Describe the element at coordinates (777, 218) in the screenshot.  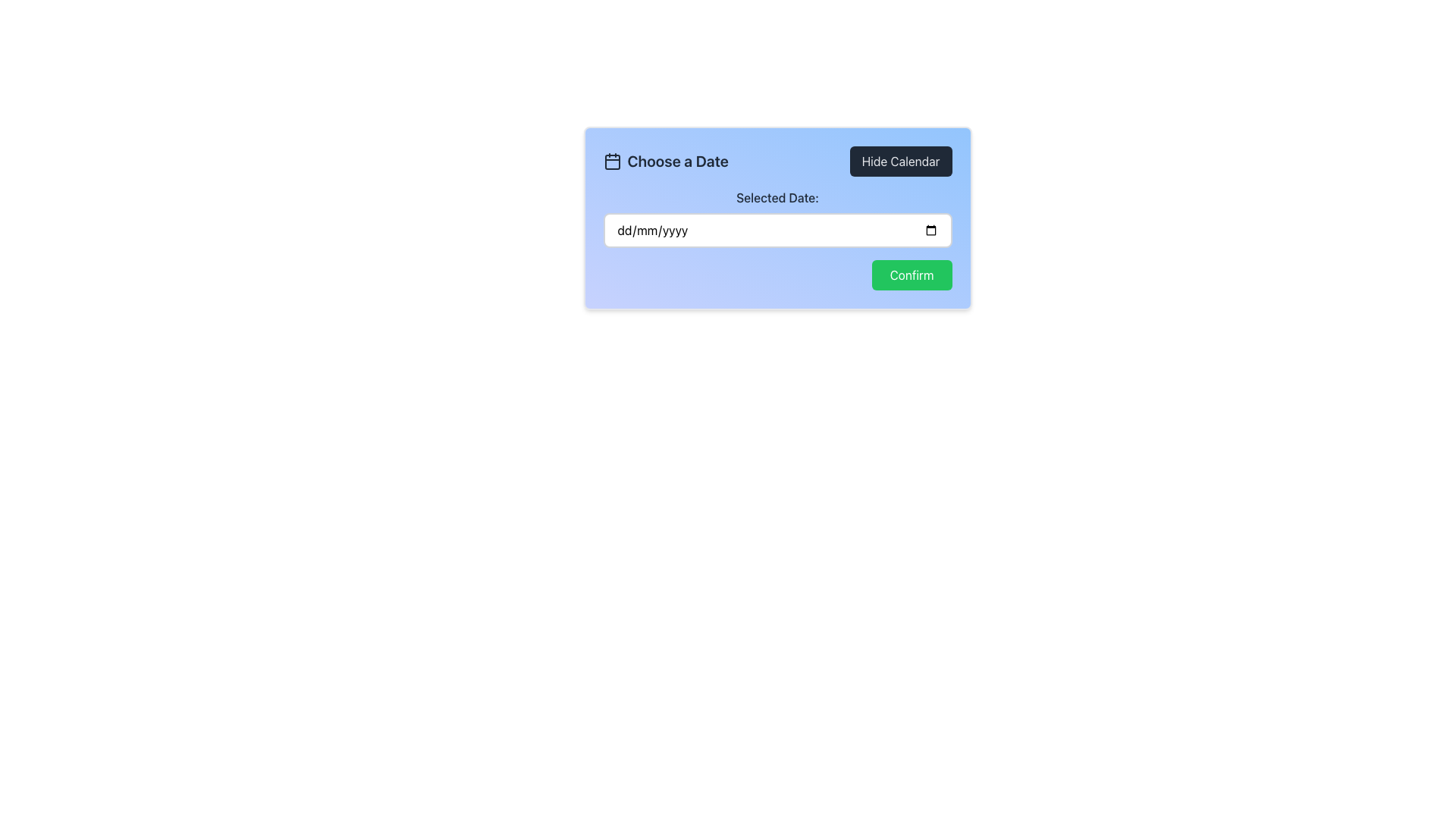
I see `the Date Picker Input Field Group located centrally below the 'Choose a Date' heading and above the 'Confirm' button` at that location.